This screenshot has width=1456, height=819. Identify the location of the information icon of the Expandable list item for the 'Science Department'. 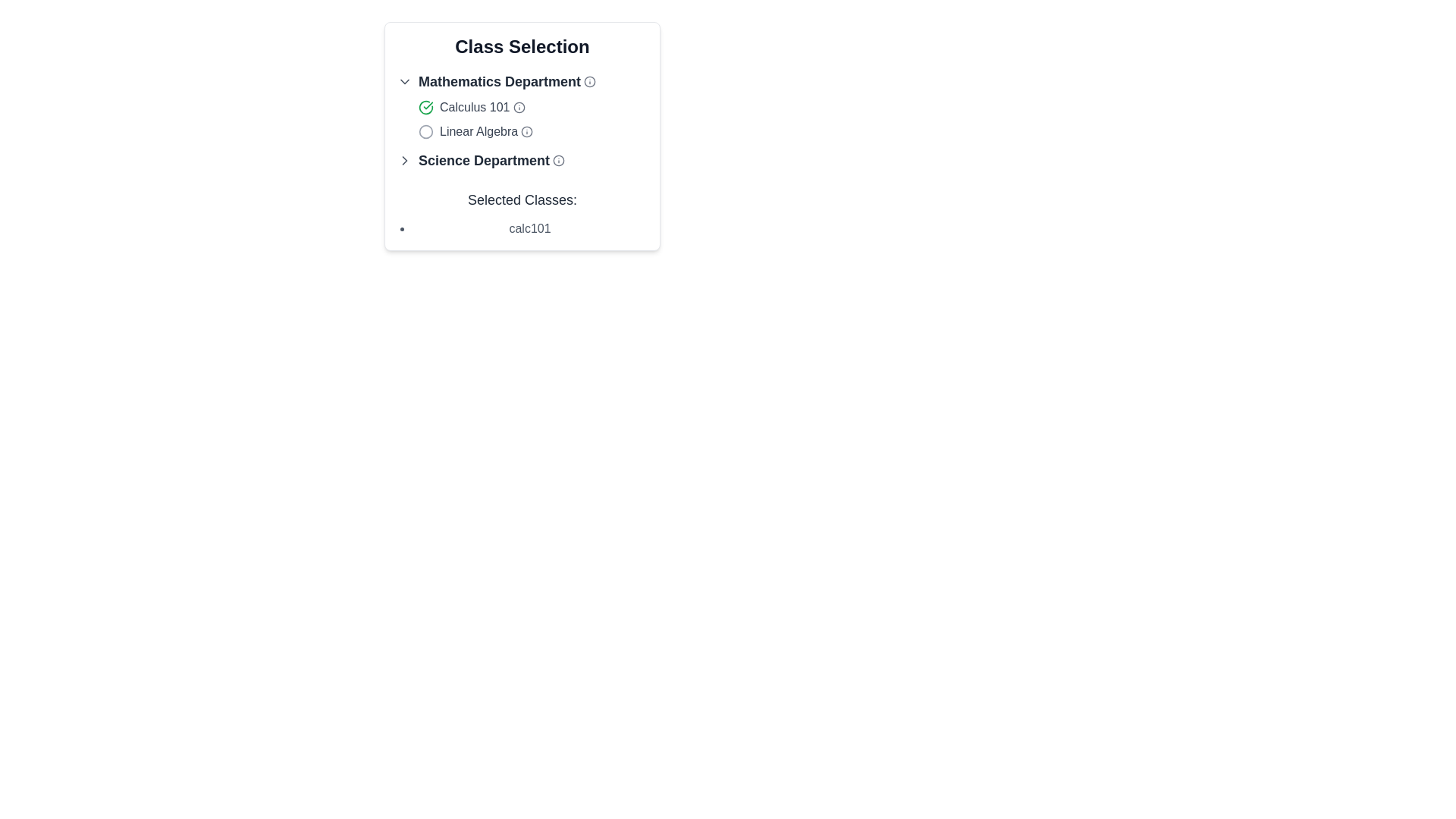
(522, 161).